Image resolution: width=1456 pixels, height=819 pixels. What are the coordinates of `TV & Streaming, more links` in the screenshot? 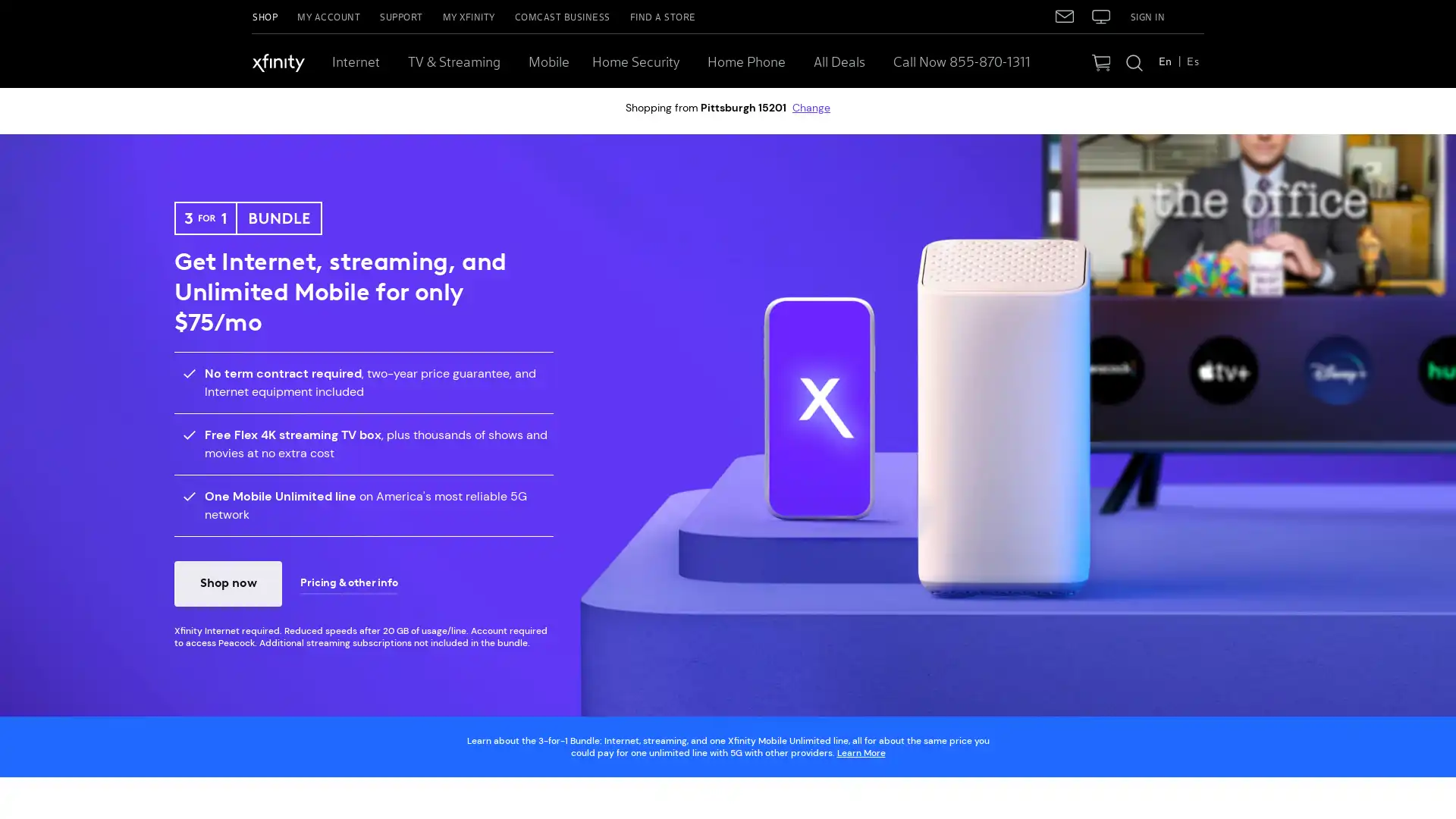 It's located at (510, 58).